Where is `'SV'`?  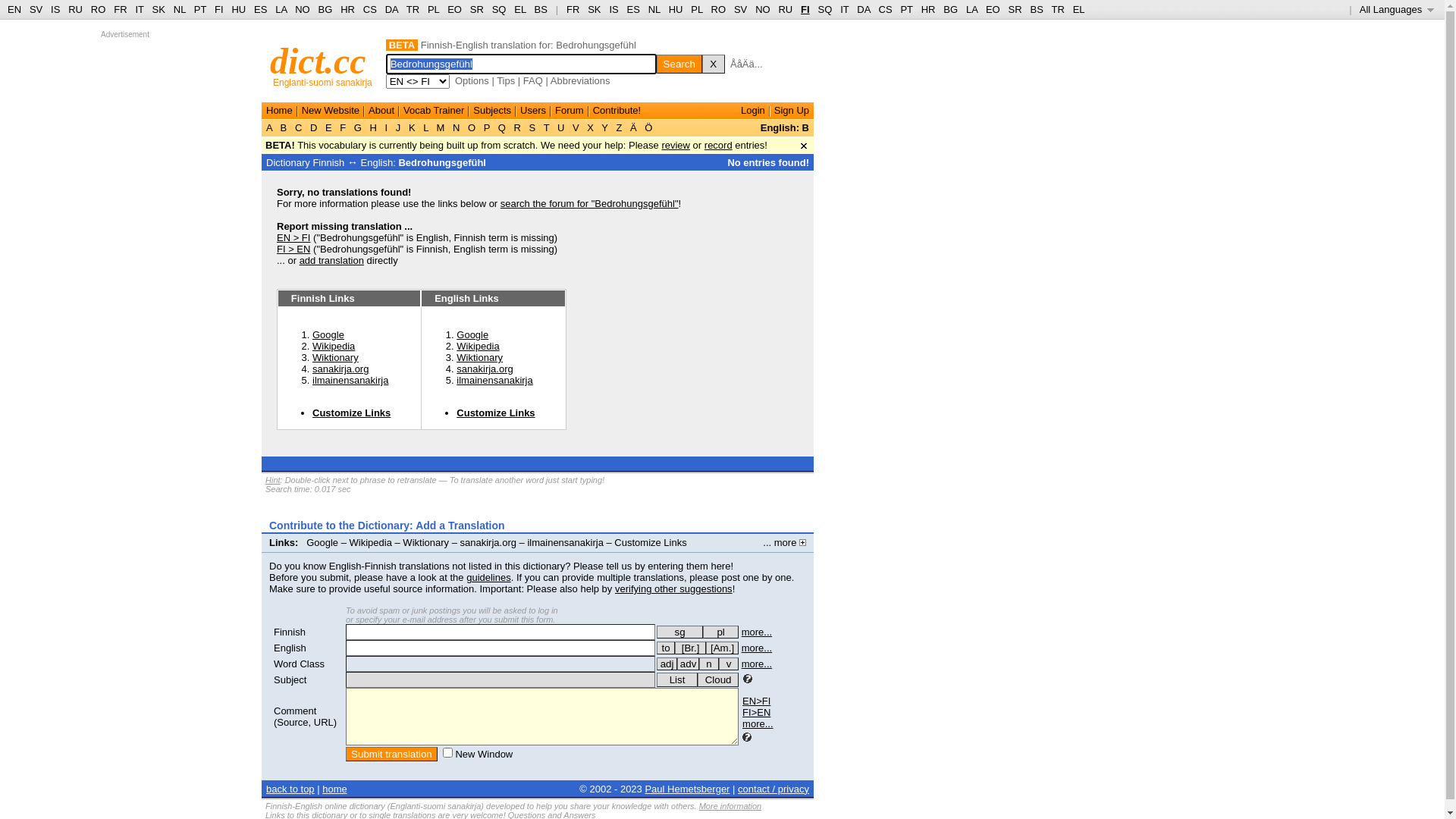
'SV' is located at coordinates (36, 9).